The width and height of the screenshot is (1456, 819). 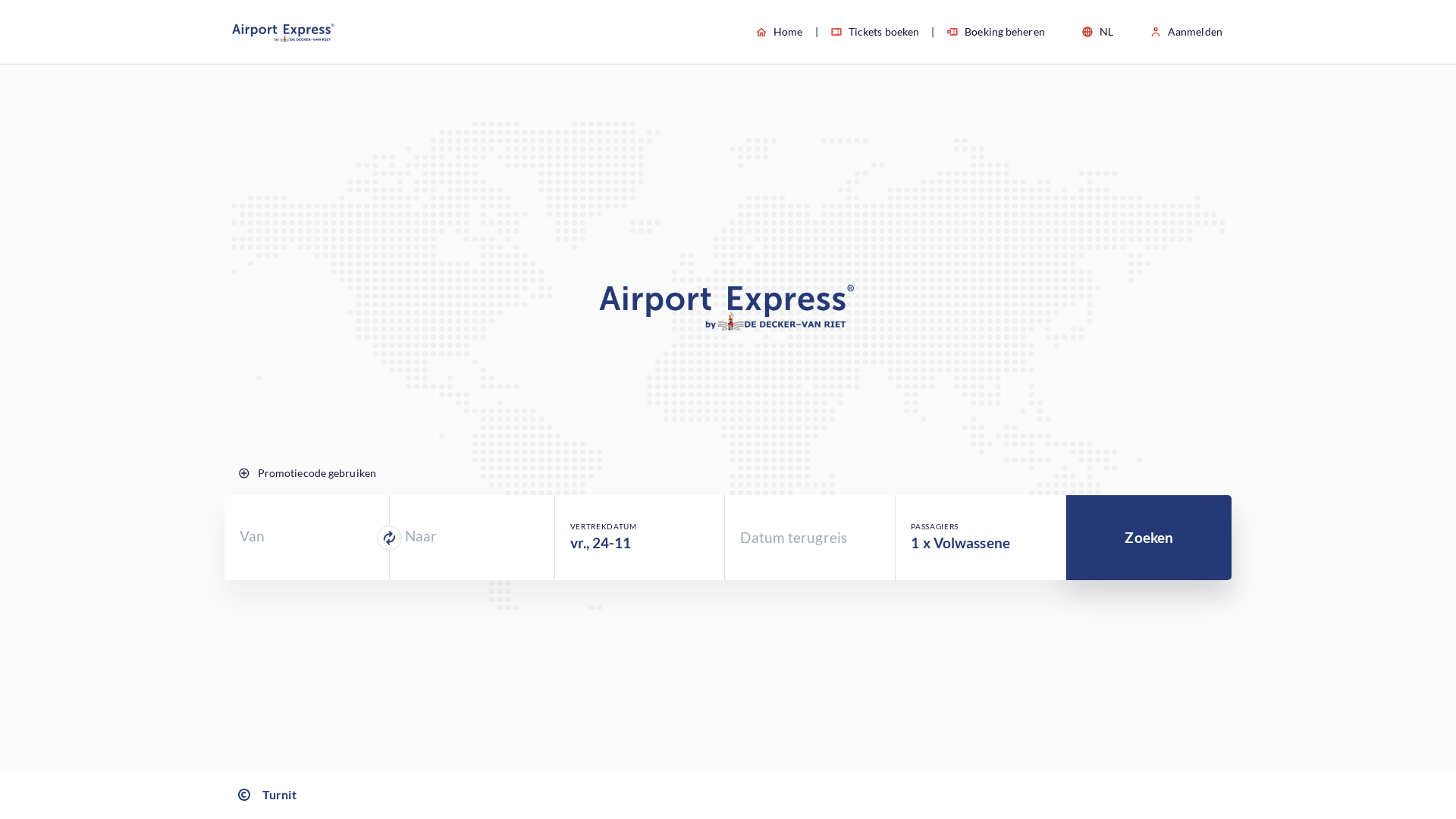 What do you see at coordinates (265, 794) in the screenshot?
I see `'Turnit'` at bounding box center [265, 794].